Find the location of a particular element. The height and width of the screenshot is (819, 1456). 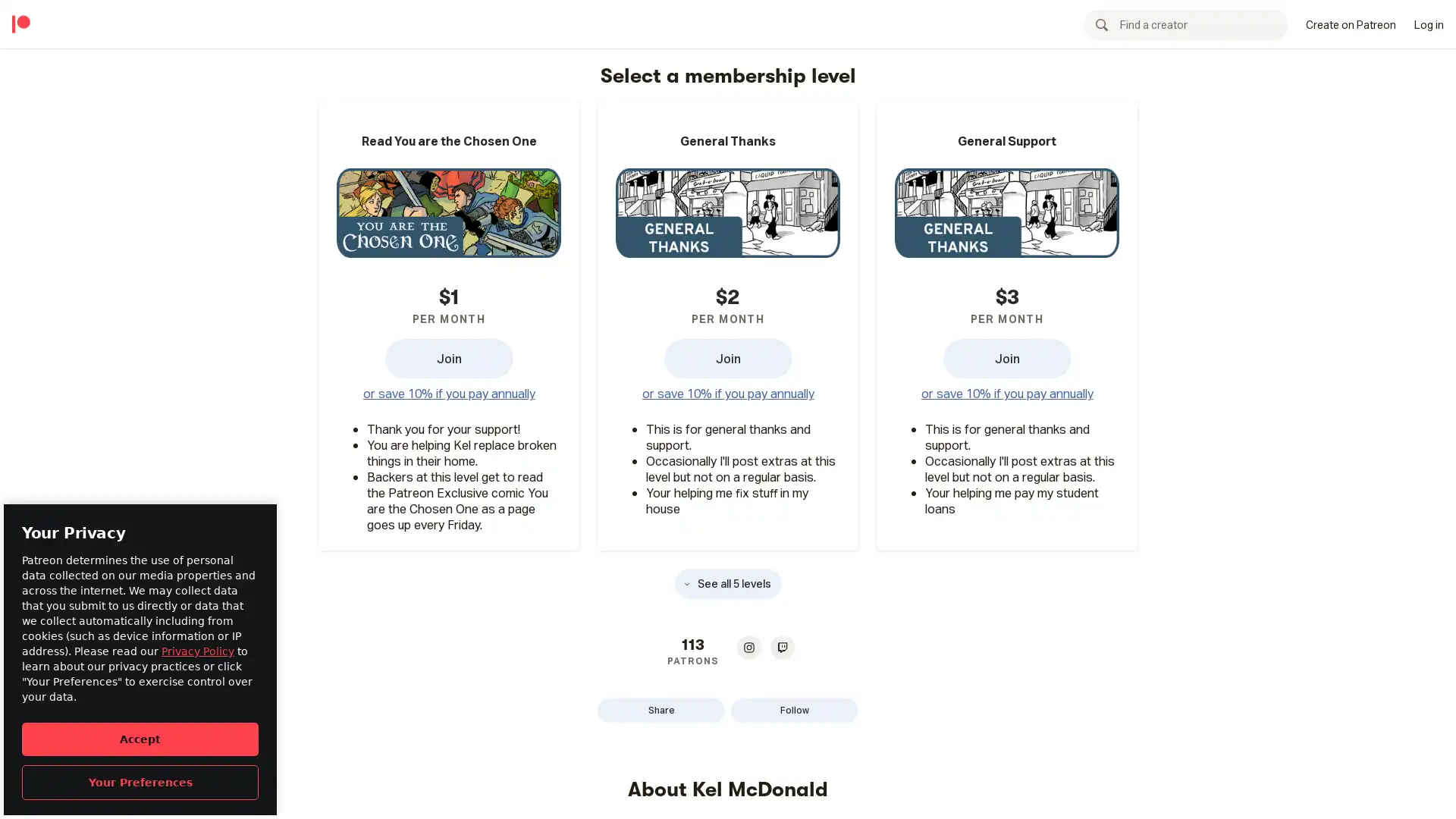

Your Preferences is located at coordinates (140, 782).